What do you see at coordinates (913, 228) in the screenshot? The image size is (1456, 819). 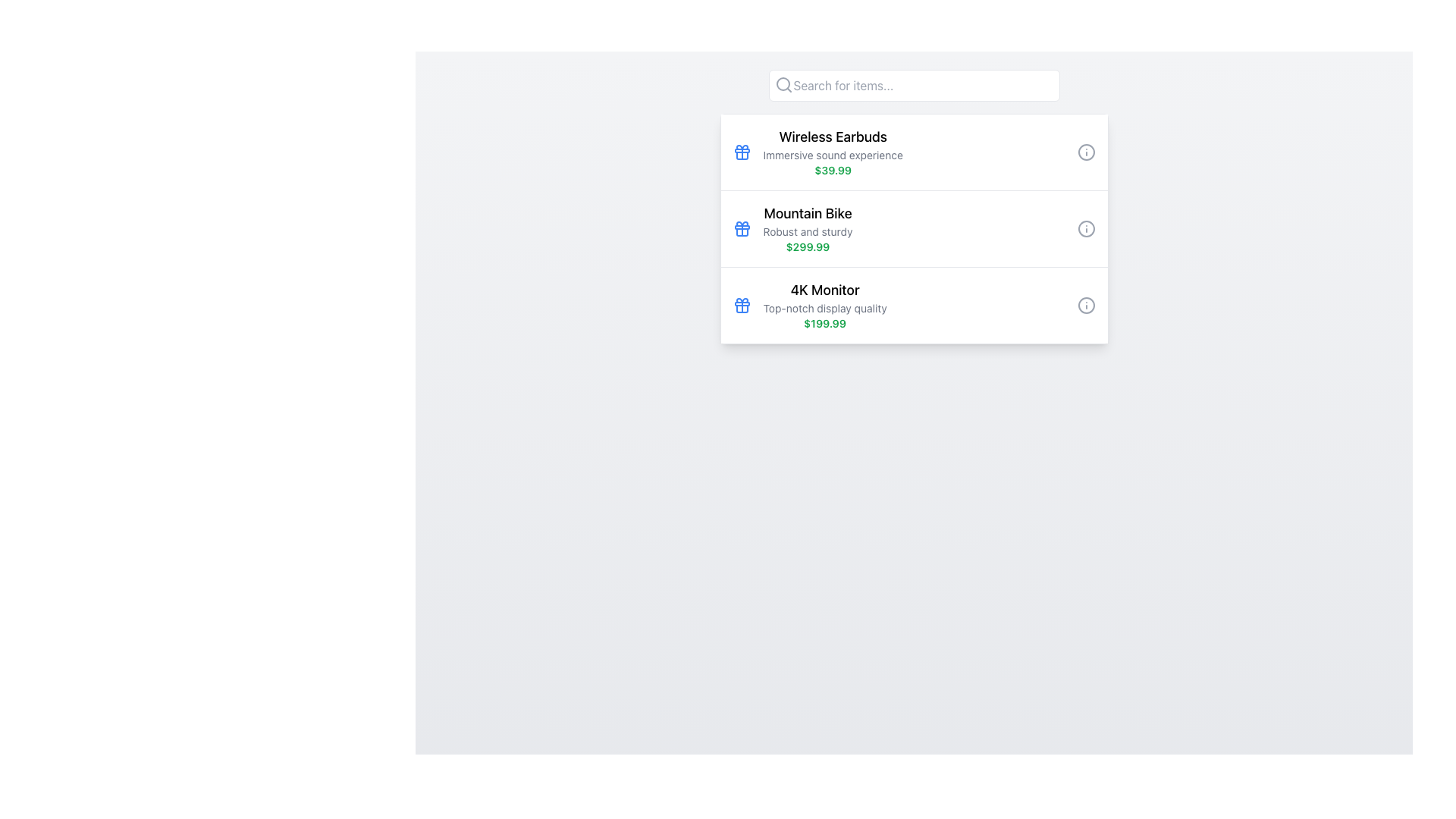 I see `product details of the Mountain Bike entry, which includes the product name, description, and price` at bounding box center [913, 228].